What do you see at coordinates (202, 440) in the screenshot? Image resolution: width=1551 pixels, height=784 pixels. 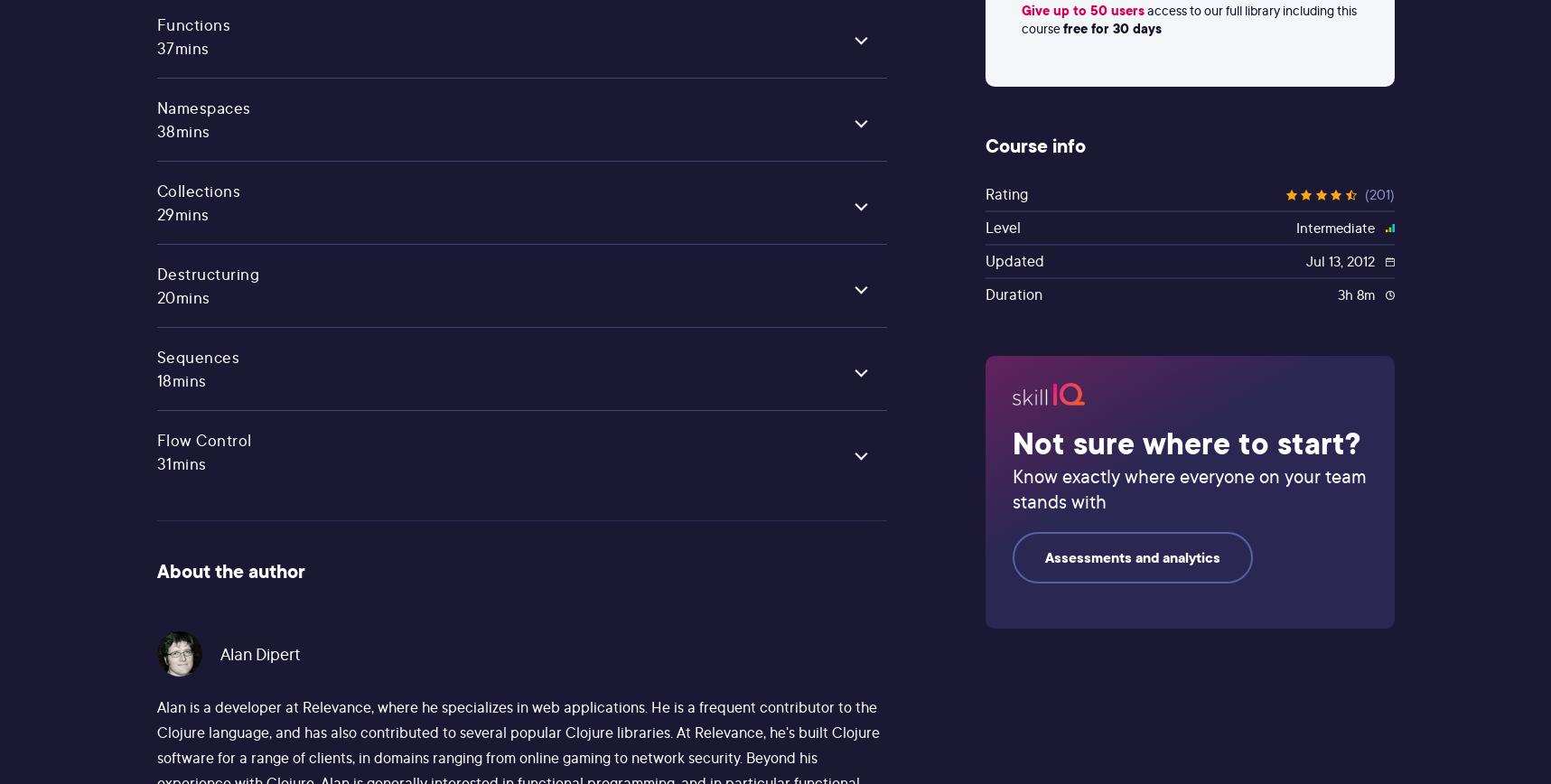 I see `'Flow Control'` at bounding box center [202, 440].